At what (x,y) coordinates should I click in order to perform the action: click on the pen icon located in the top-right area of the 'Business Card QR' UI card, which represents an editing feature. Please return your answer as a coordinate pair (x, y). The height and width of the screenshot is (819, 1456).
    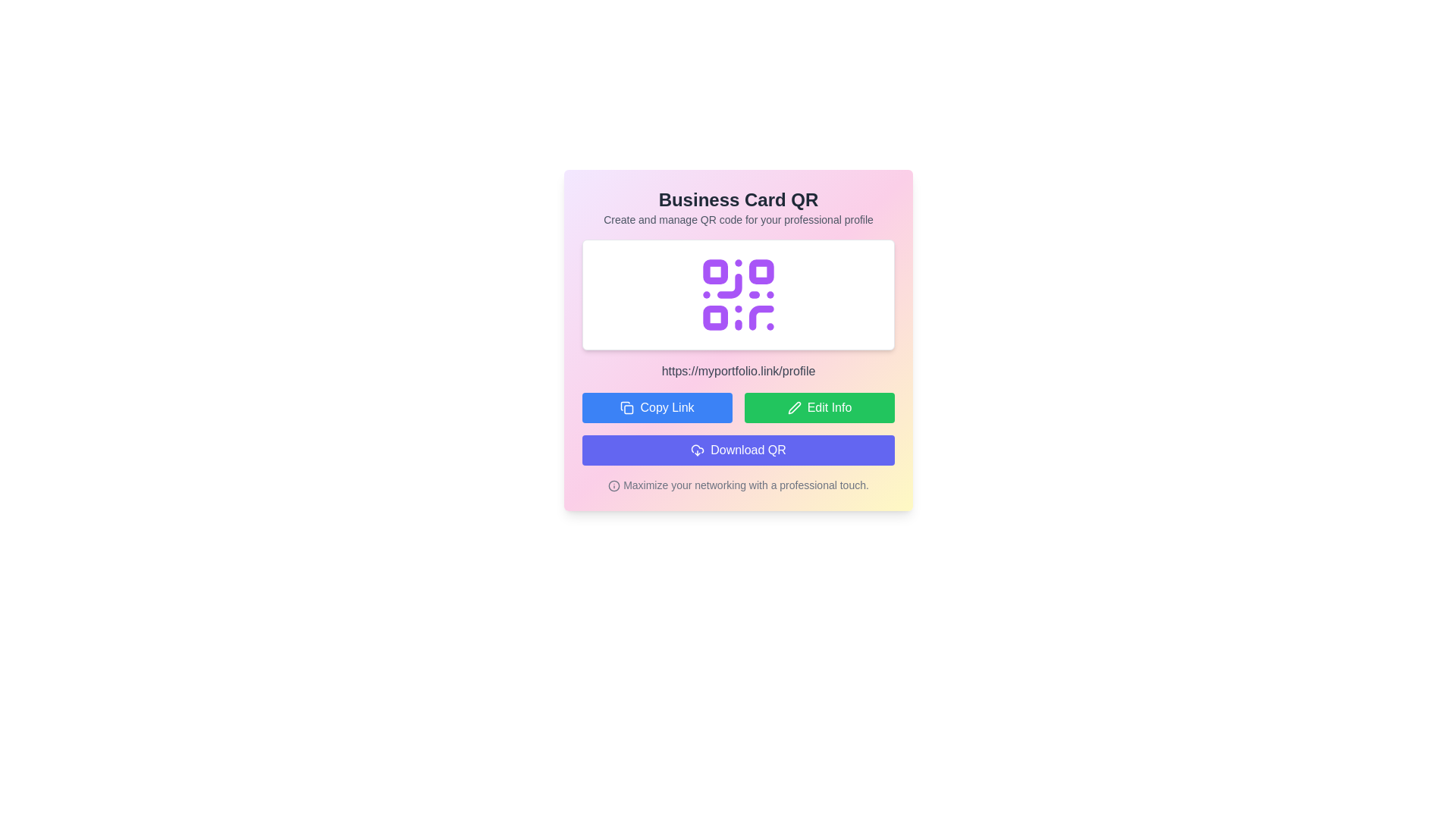
    Looking at the image, I should click on (793, 406).